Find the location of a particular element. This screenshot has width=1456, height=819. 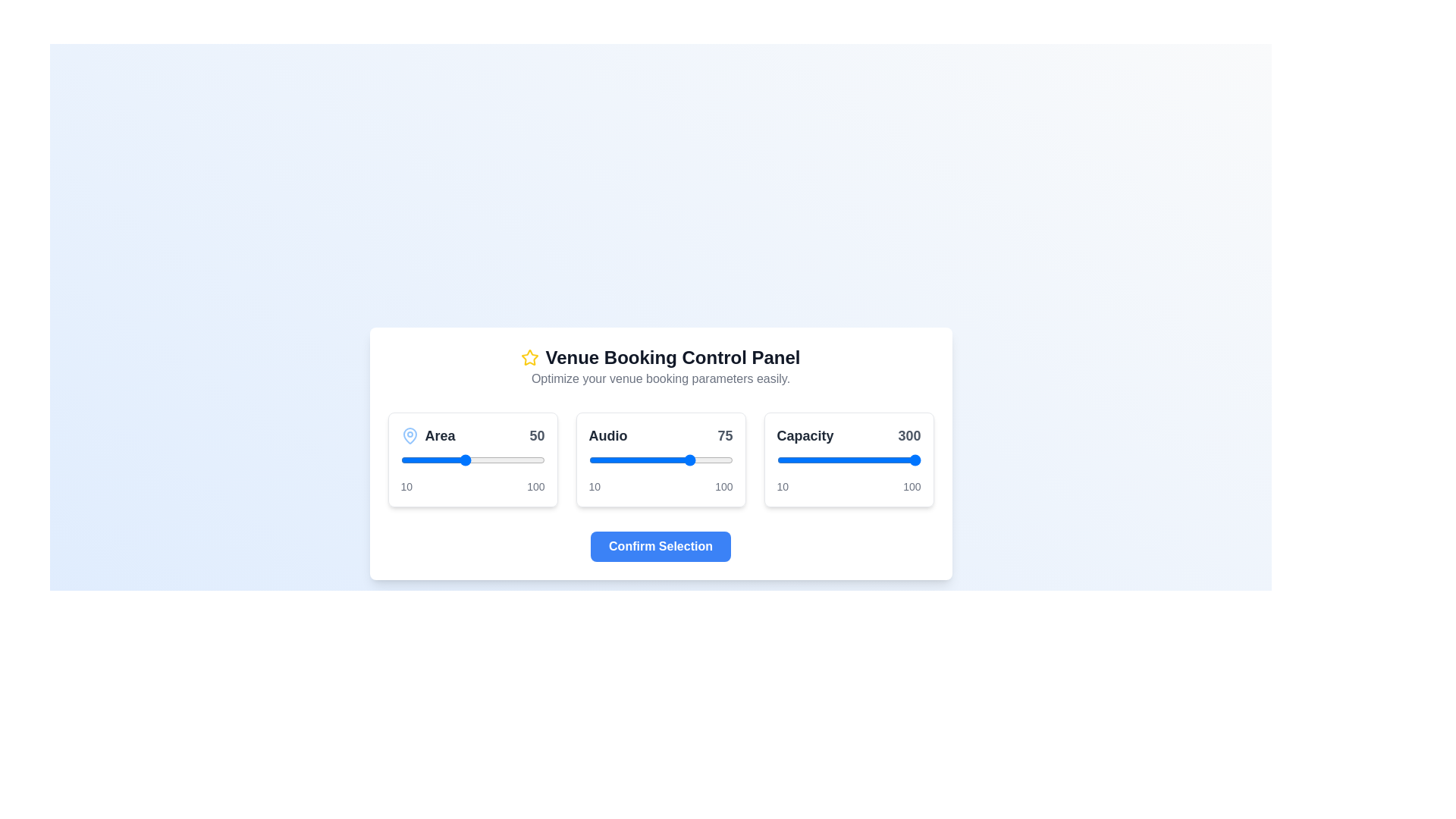

the audio level is located at coordinates (668, 459).